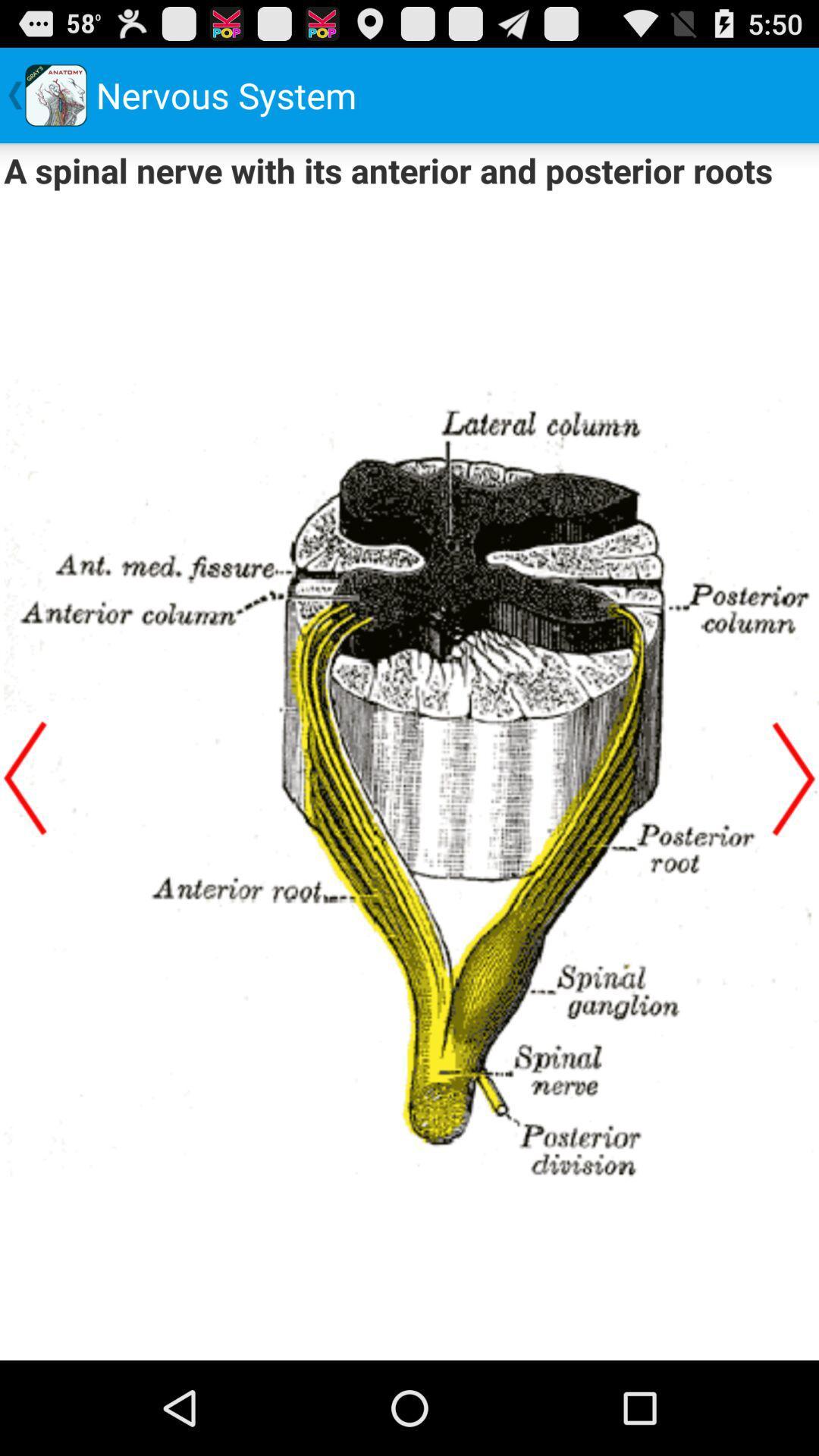 The image size is (819, 1456). What do you see at coordinates (792, 778) in the screenshot?
I see `go forward` at bounding box center [792, 778].